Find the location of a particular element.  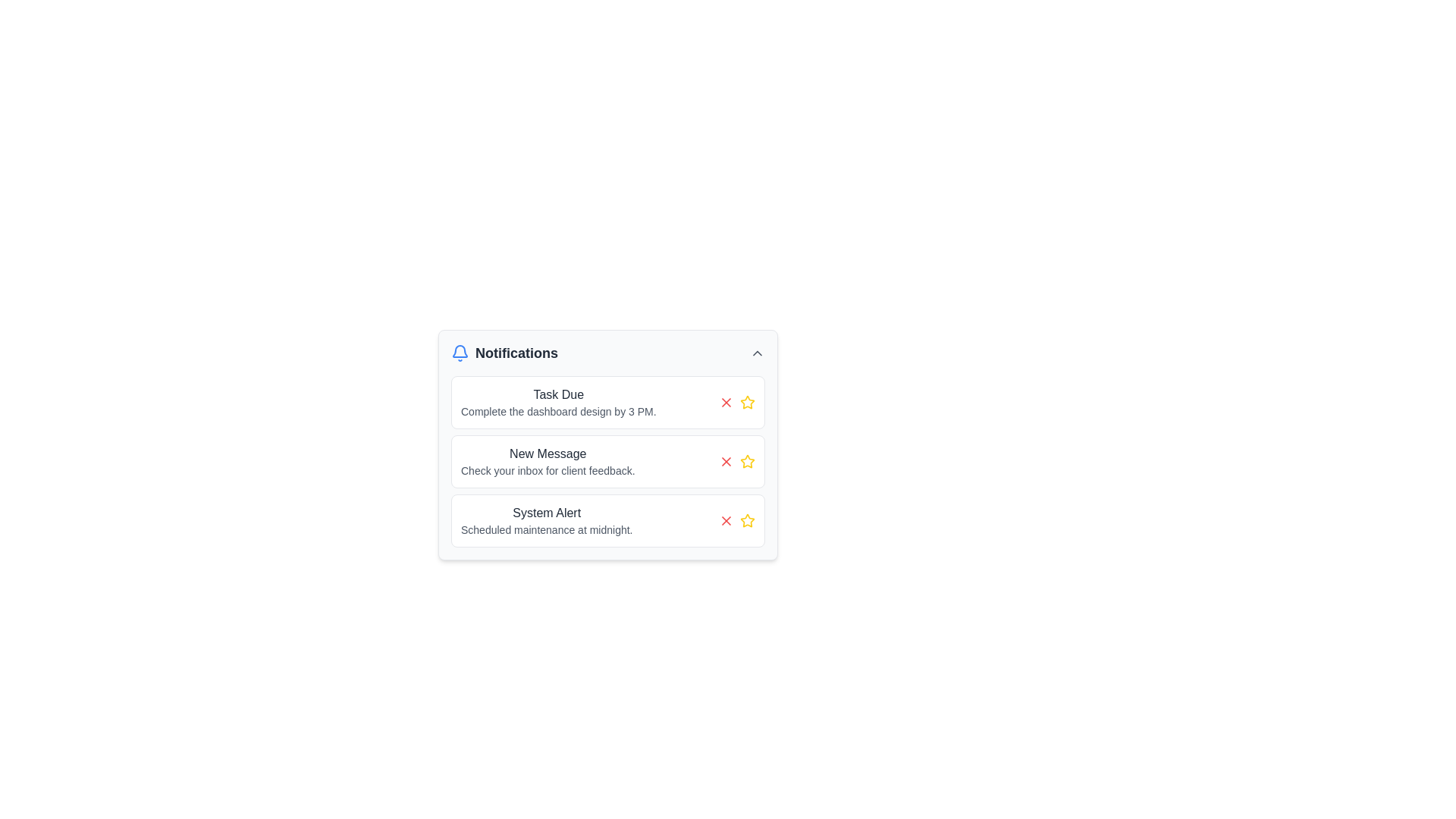

the delete button icon located in the middle of three horizontally aligned icons within the 'New Message' notification is located at coordinates (726, 461).